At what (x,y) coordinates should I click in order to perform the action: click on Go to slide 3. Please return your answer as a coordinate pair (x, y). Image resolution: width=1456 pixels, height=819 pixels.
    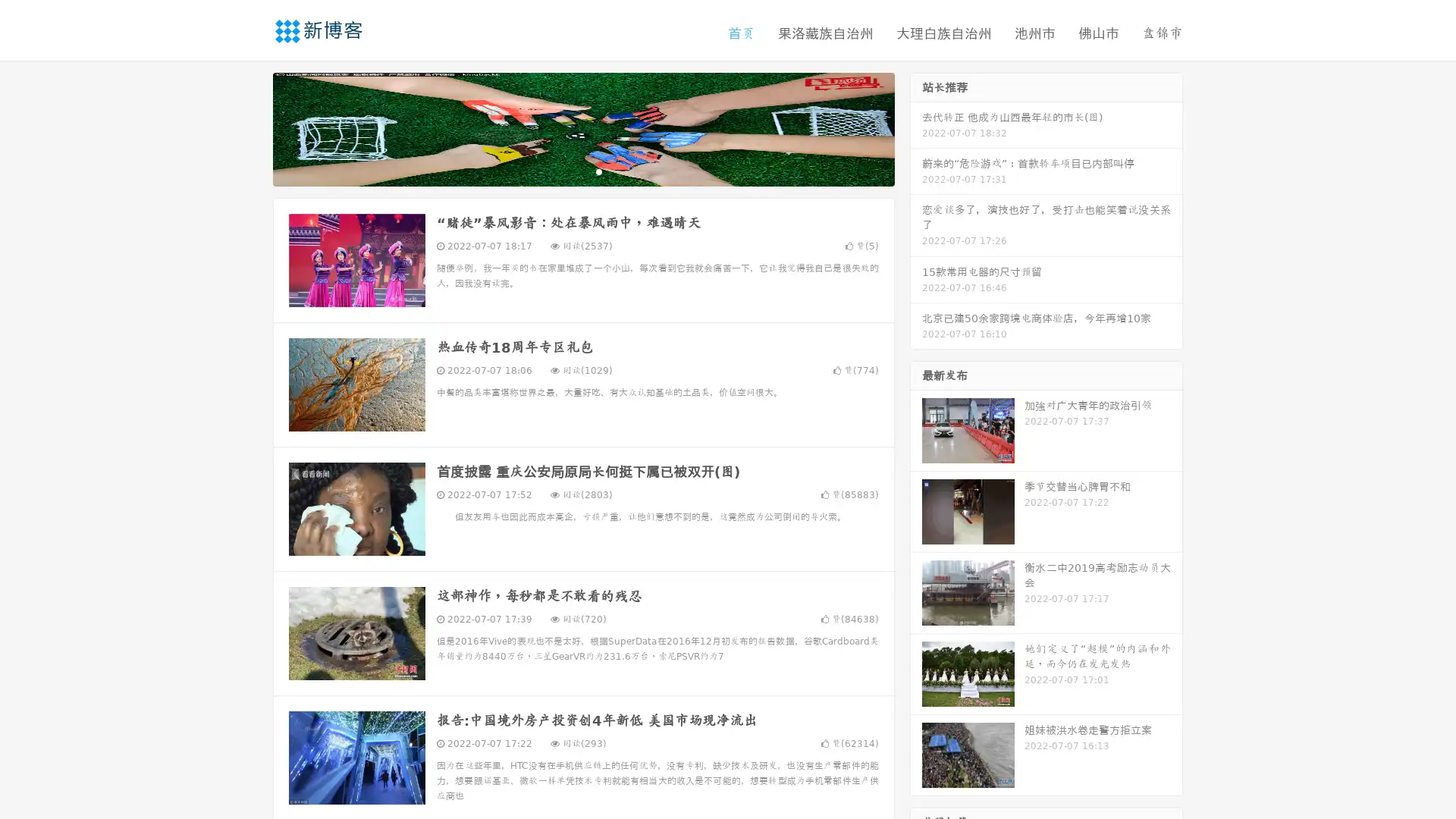
    Looking at the image, I should click on (598, 171).